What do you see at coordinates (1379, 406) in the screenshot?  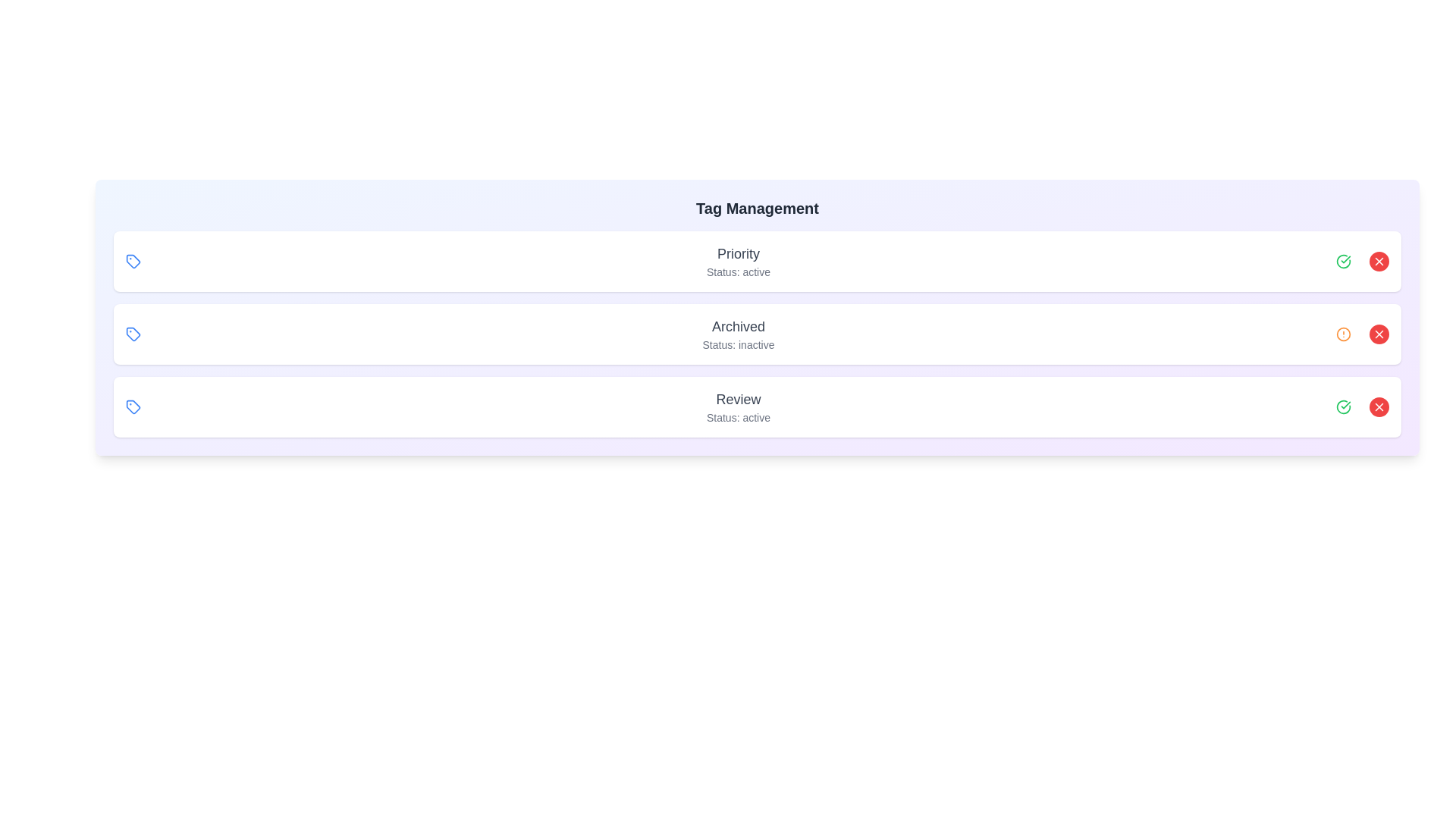 I see `the red 'X' button to remove the tag with name Review` at bounding box center [1379, 406].